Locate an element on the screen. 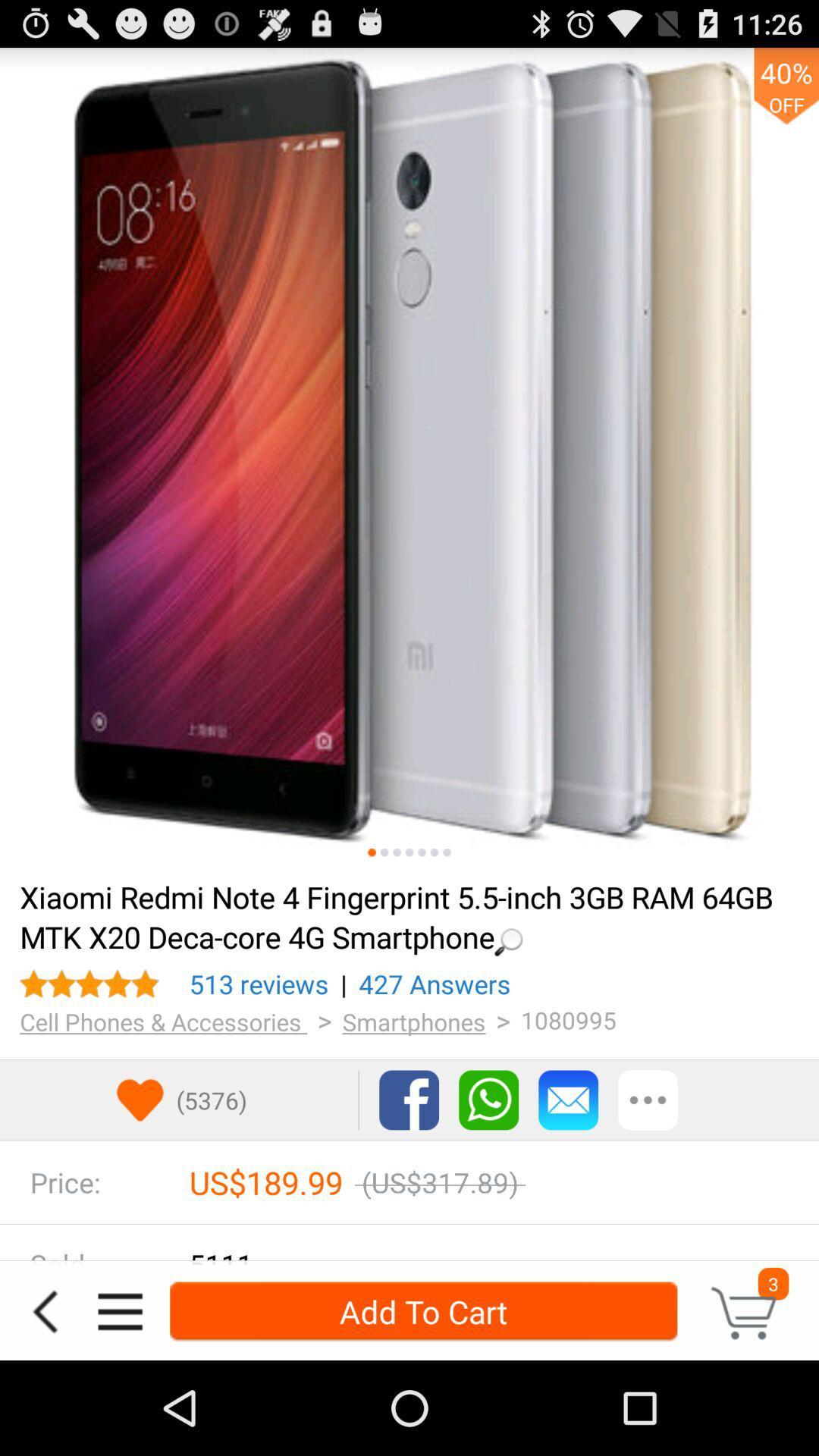 This screenshot has height=1456, width=819. open email is located at coordinates (568, 1100).